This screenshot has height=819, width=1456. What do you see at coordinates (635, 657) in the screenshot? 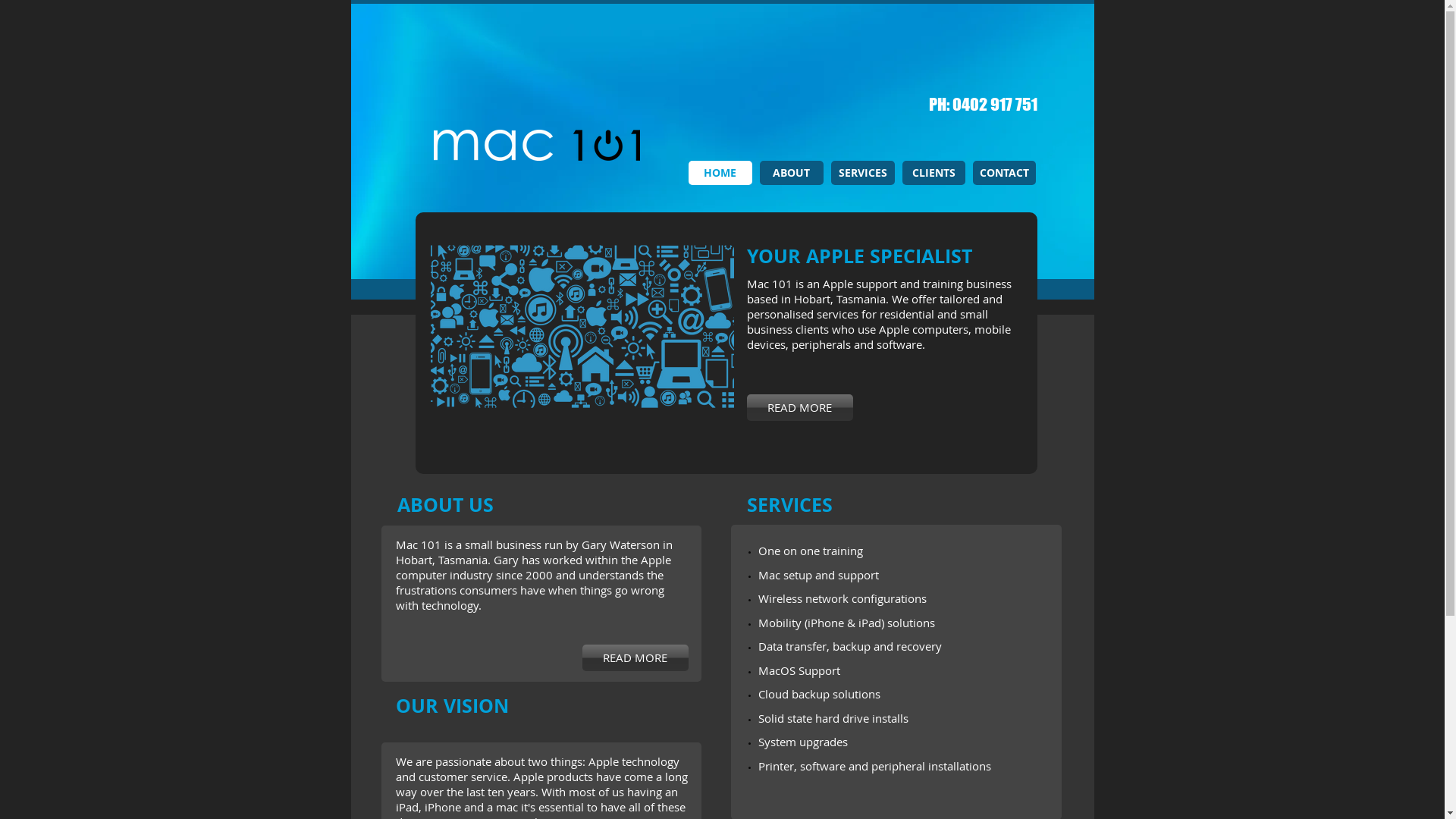
I see `'READ MORE'` at bounding box center [635, 657].